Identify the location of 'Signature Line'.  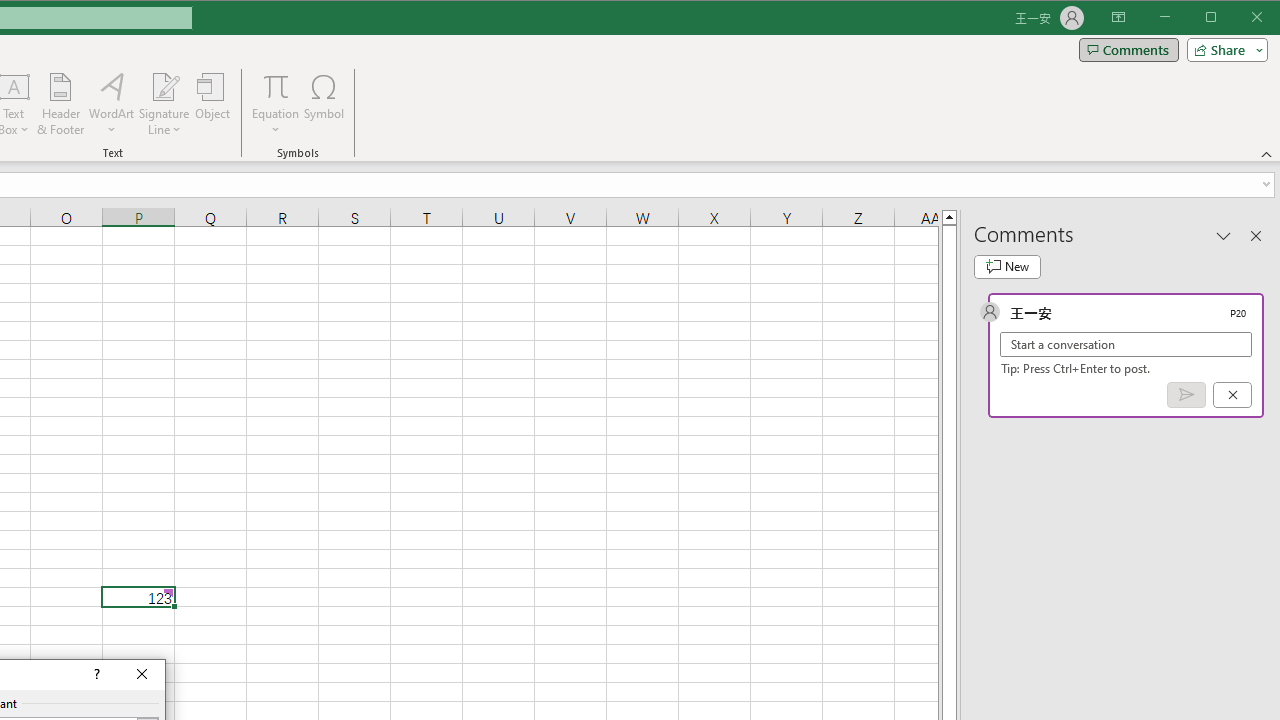
(164, 85).